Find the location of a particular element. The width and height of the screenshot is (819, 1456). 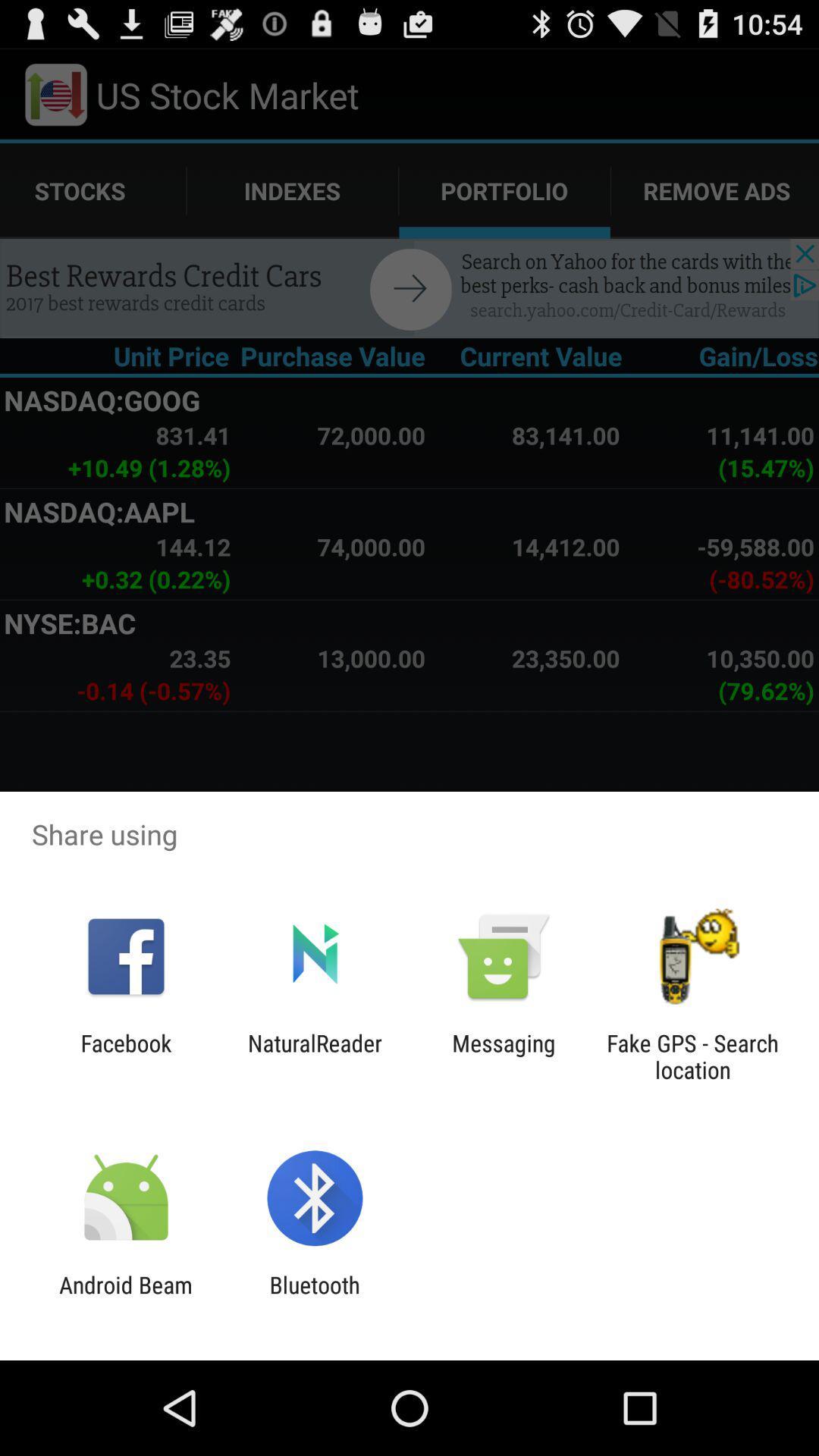

android beam item is located at coordinates (125, 1298).